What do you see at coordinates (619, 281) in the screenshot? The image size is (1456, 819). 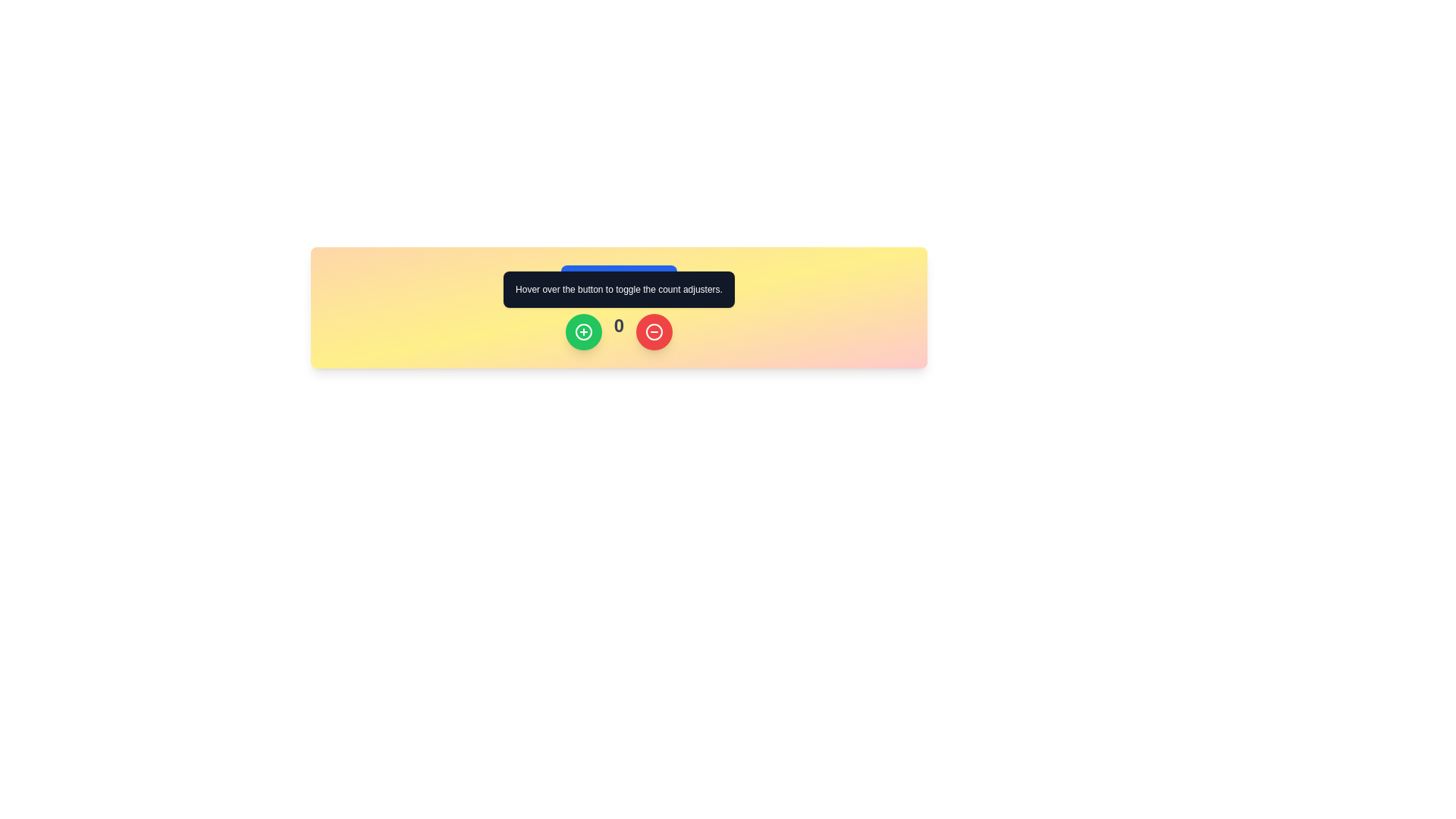 I see `the 'Tooltip Trigger' button, which has a blue background and white text, located in the middle section of the user interface` at bounding box center [619, 281].